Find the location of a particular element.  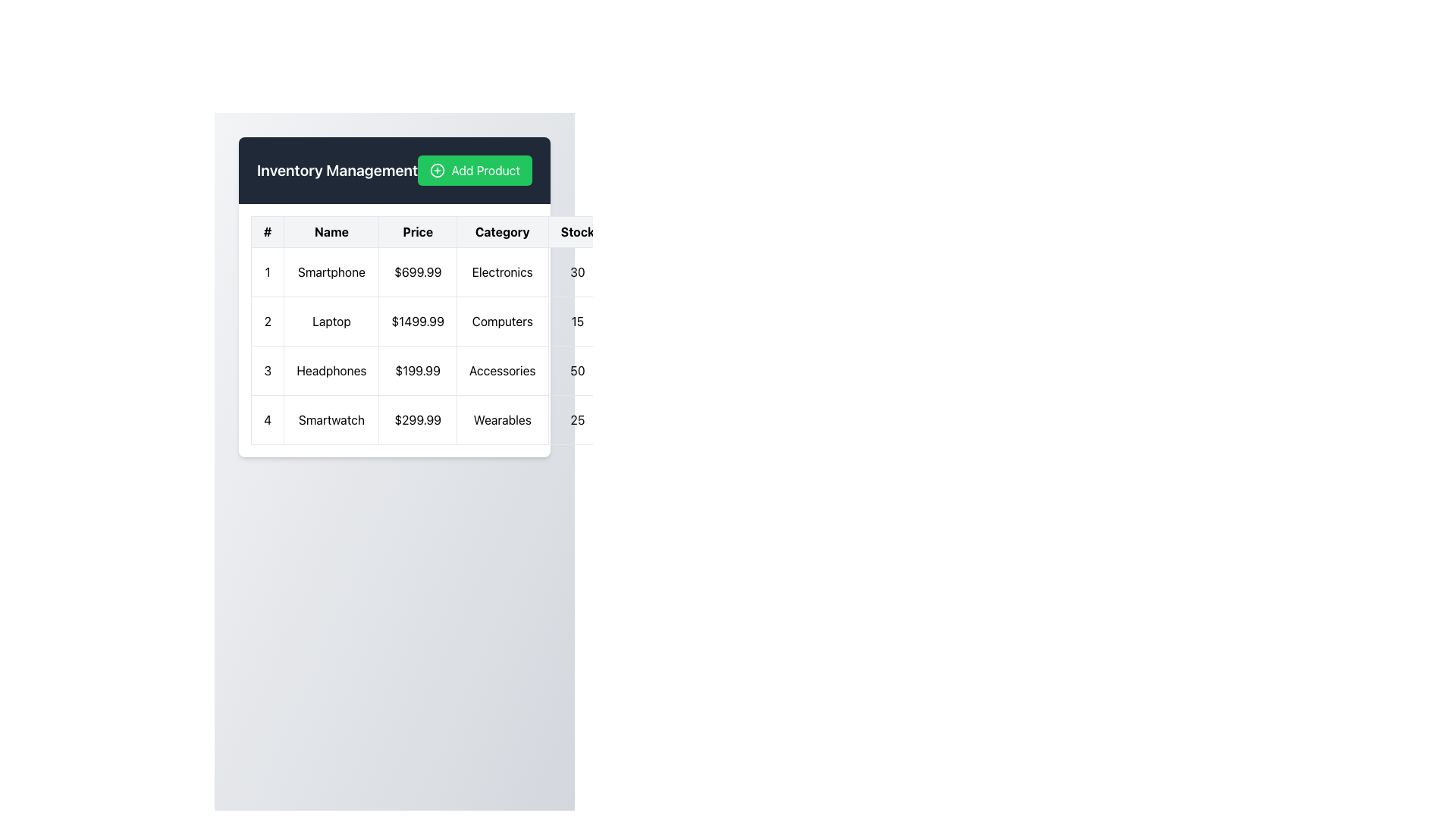

text from the square-shaped table header cell labeled '#', located at the top-left corner of the data table is located at coordinates (268, 231).